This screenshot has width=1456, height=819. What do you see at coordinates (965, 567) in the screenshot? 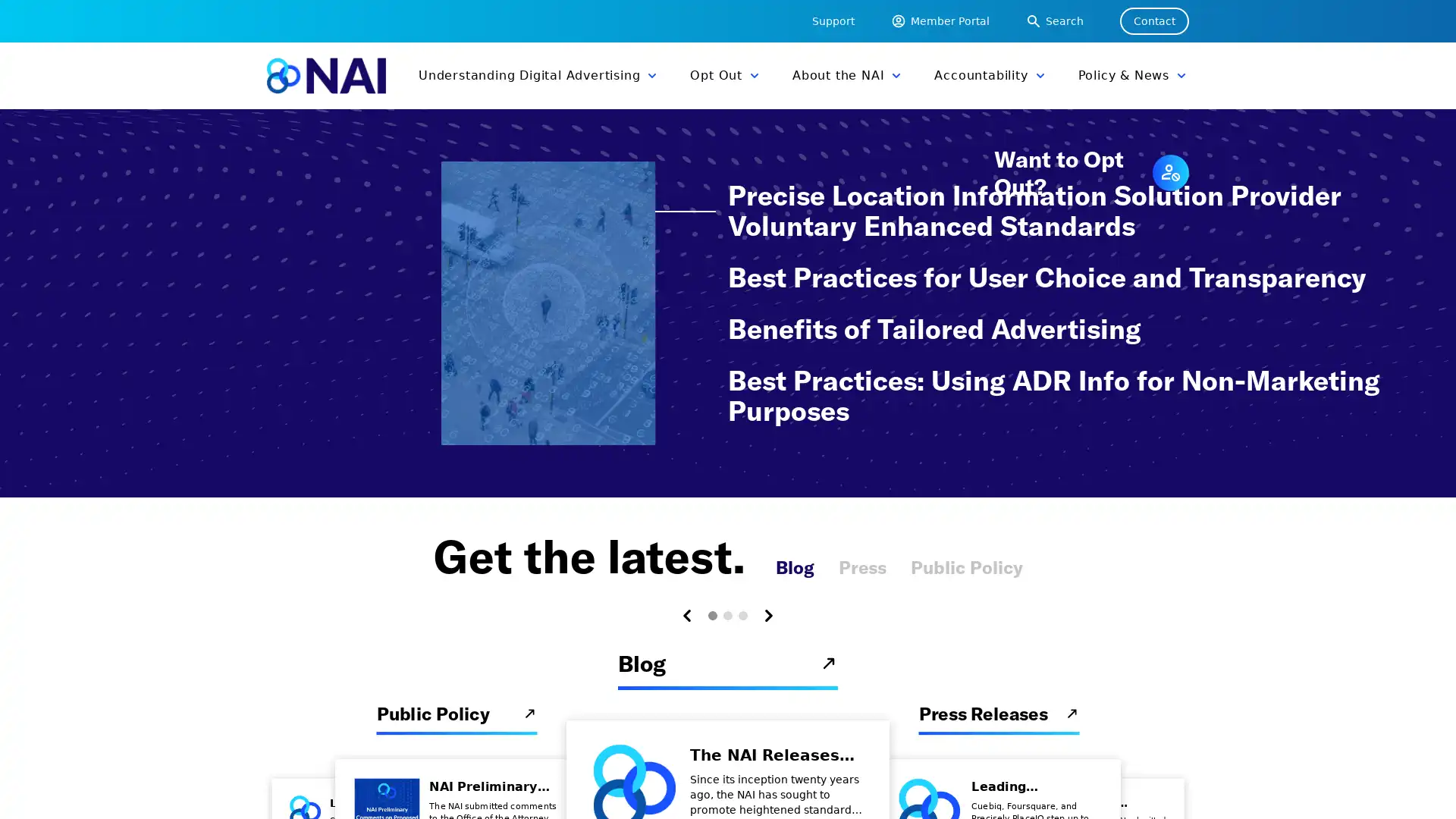
I see `Public Policy` at bounding box center [965, 567].